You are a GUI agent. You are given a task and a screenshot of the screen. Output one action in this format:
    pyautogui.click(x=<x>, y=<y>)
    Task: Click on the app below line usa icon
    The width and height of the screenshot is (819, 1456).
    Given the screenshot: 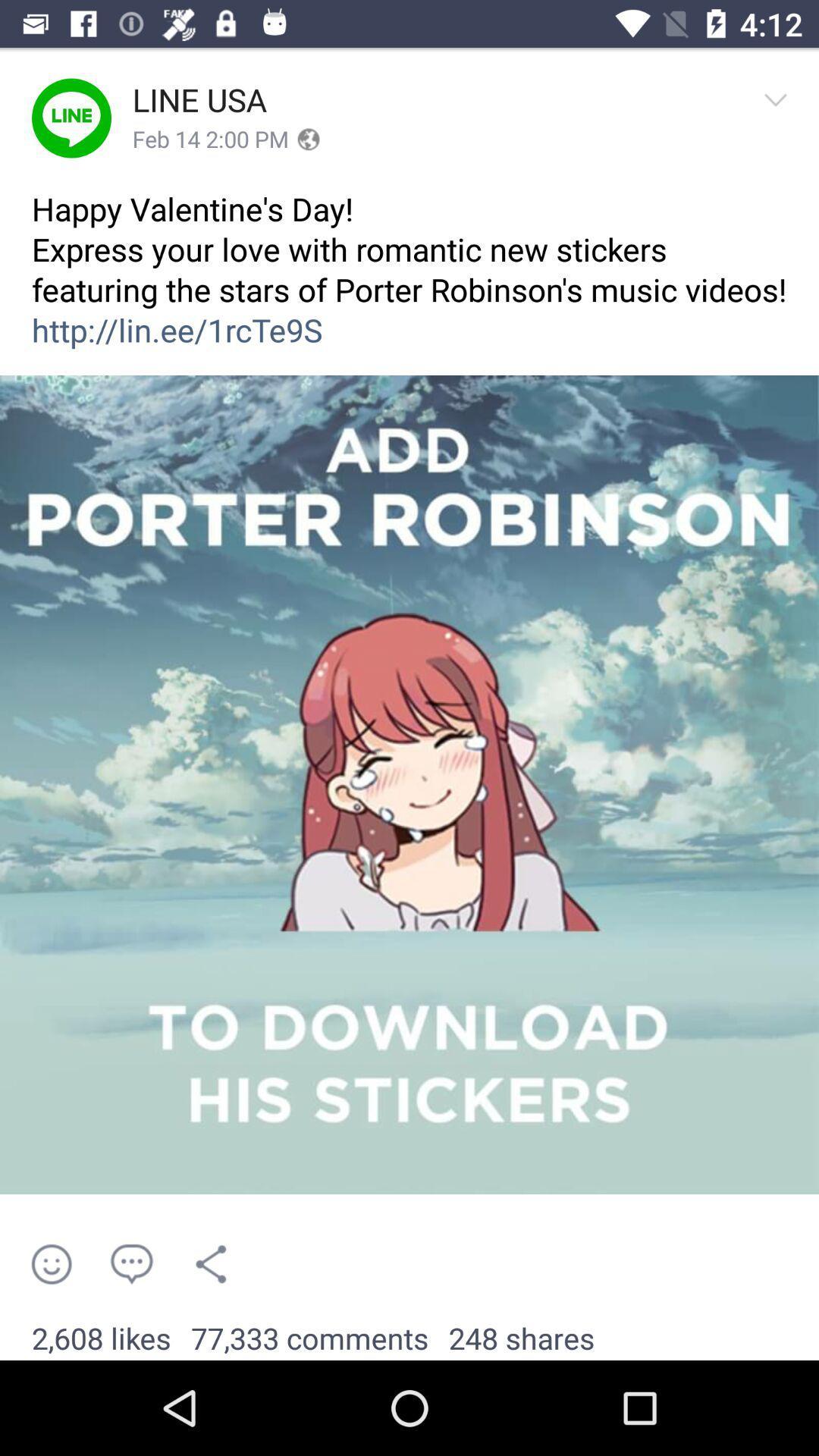 What is the action you would take?
    pyautogui.click(x=210, y=140)
    